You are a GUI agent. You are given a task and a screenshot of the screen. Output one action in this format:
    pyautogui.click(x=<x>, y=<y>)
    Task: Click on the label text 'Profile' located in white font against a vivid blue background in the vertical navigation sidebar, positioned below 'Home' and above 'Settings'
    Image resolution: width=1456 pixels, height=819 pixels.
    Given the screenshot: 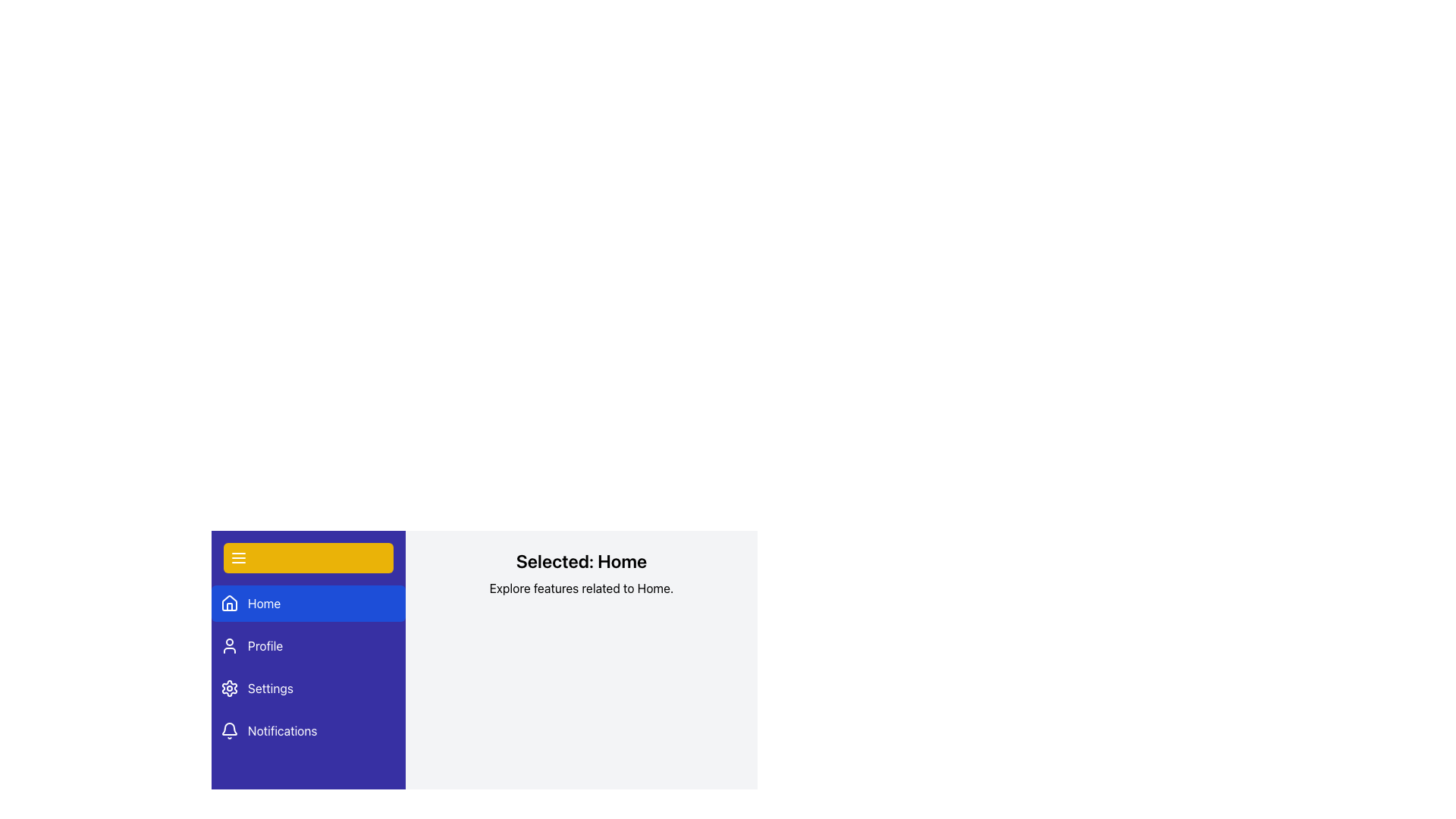 What is the action you would take?
    pyautogui.click(x=265, y=646)
    